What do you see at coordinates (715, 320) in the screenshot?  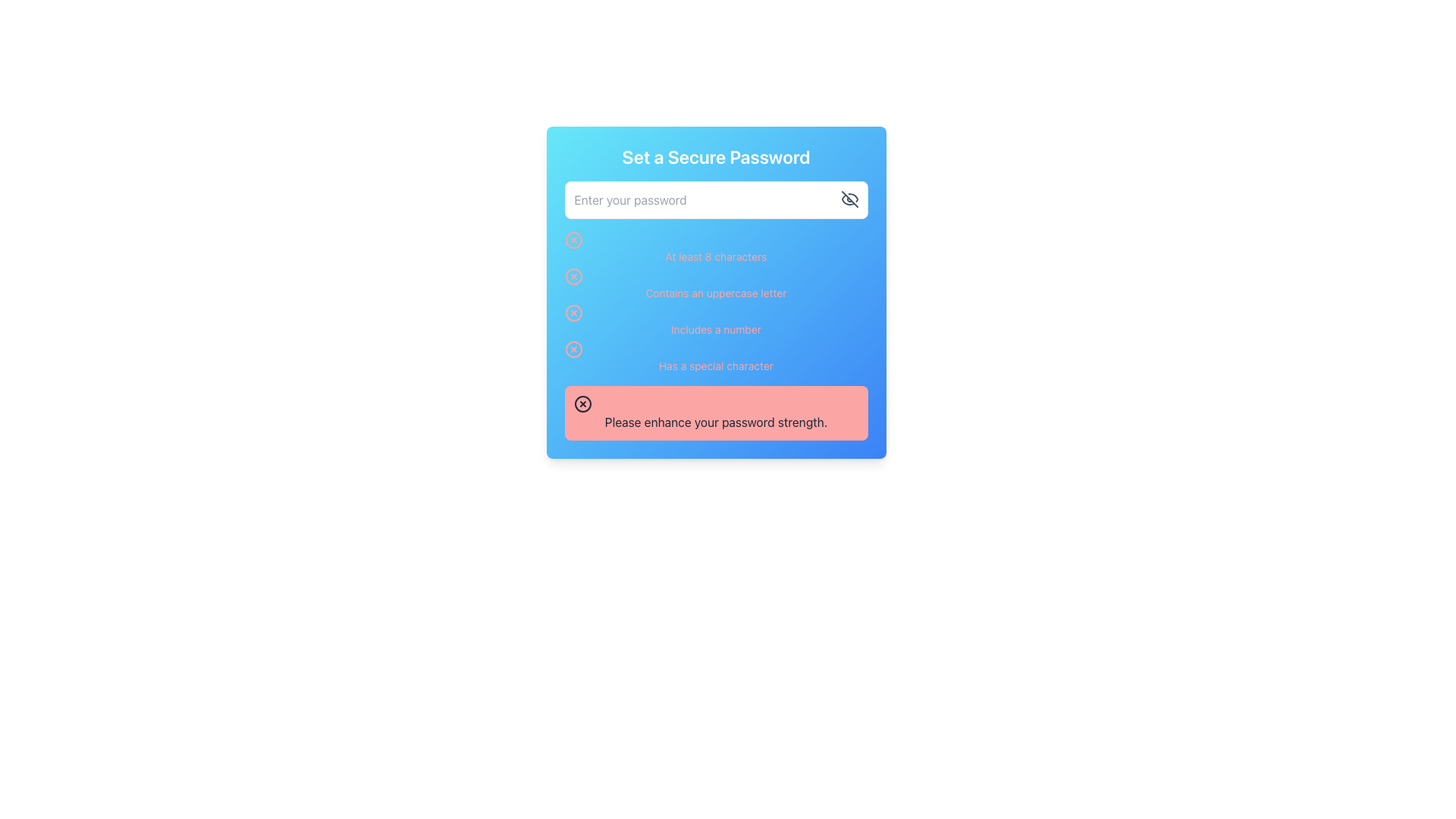 I see `the Text Label with Icon that indicates the password requirement for including a numeric character, located in the center-right portion of the modal dialog` at bounding box center [715, 320].